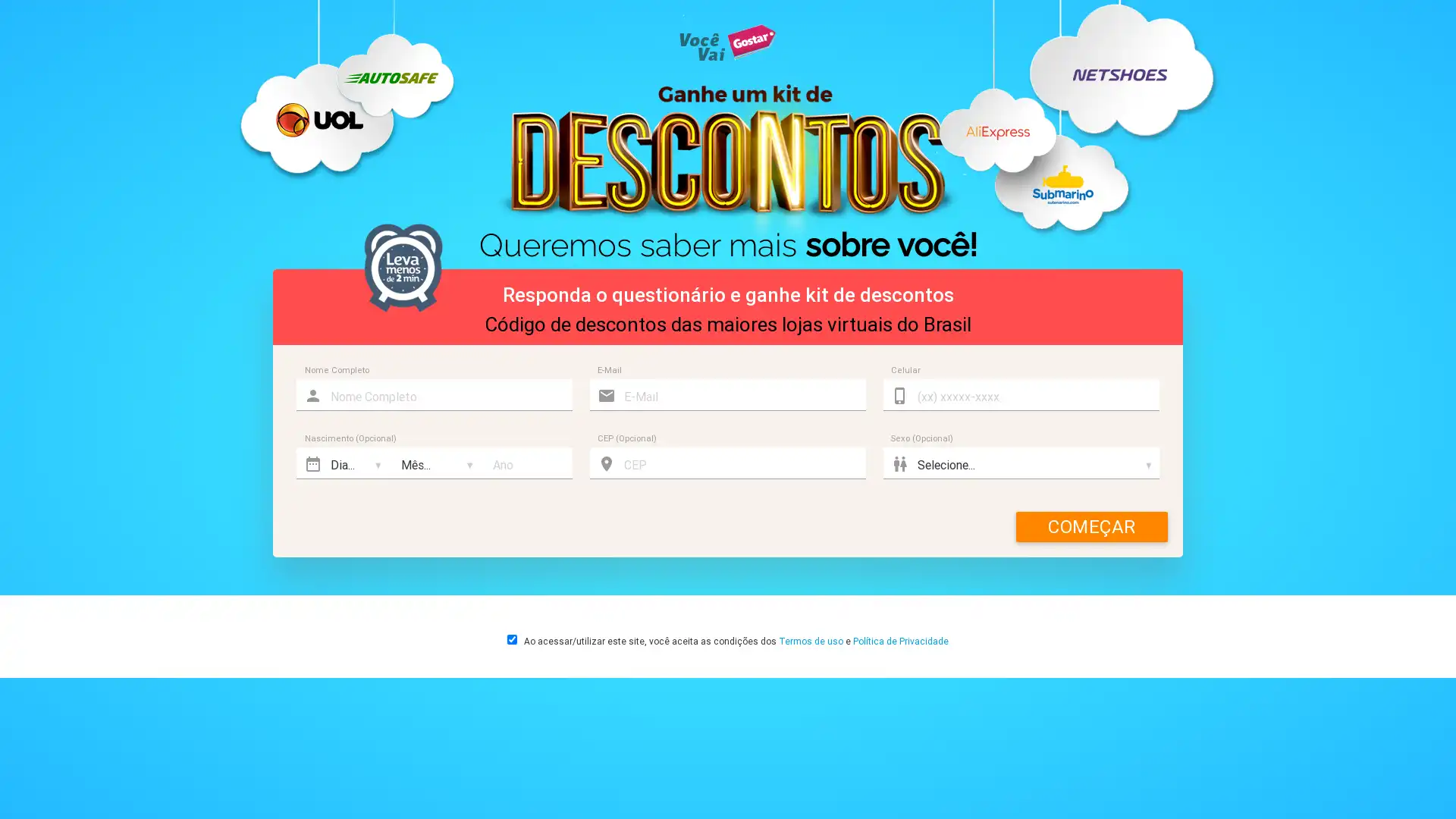  Describe the element at coordinates (1092, 526) in the screenshot. I see `COMECAR` at that location.